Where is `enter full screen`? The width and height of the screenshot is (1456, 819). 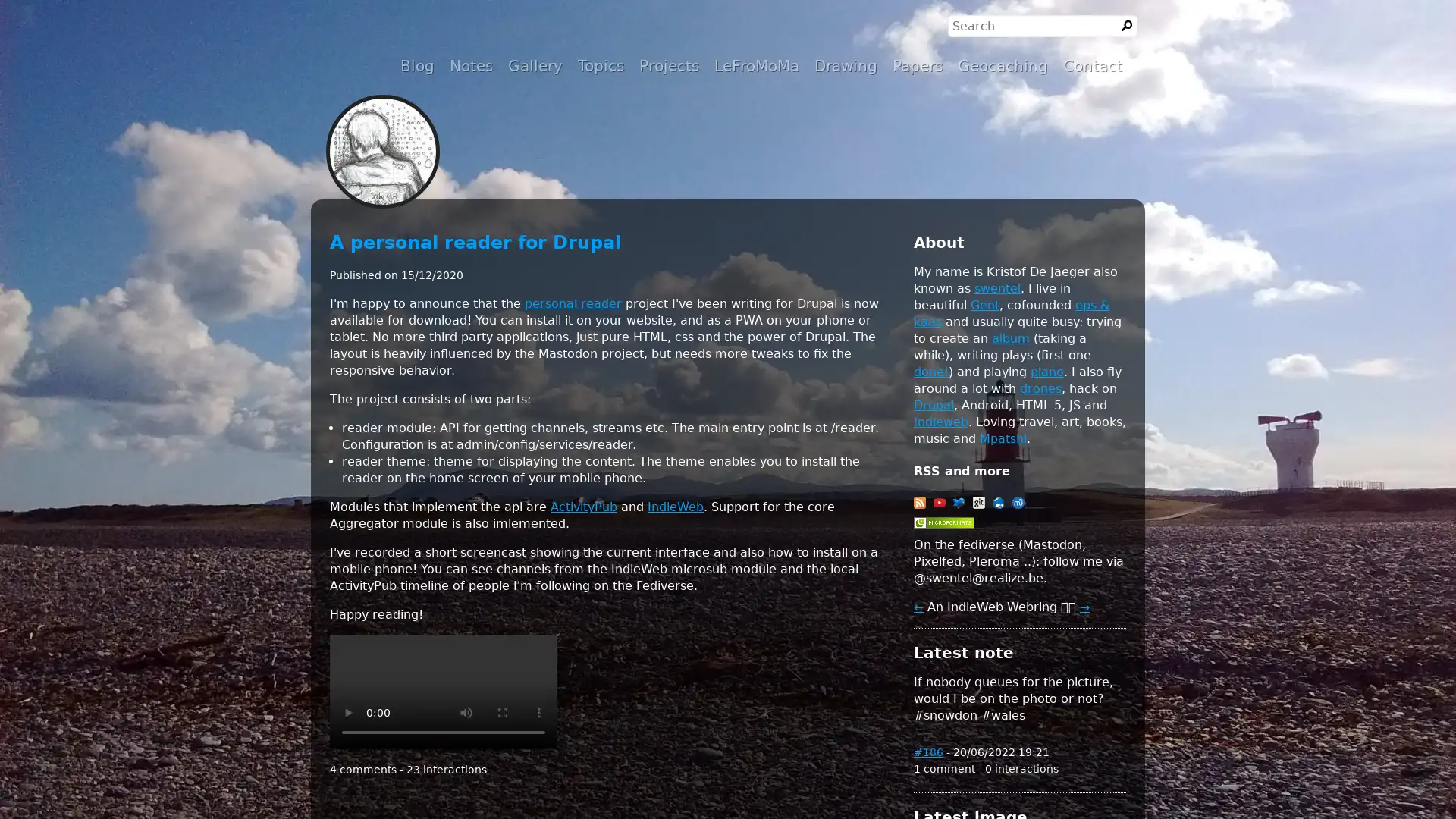 enter full screen is located at coordinates (502, 711).